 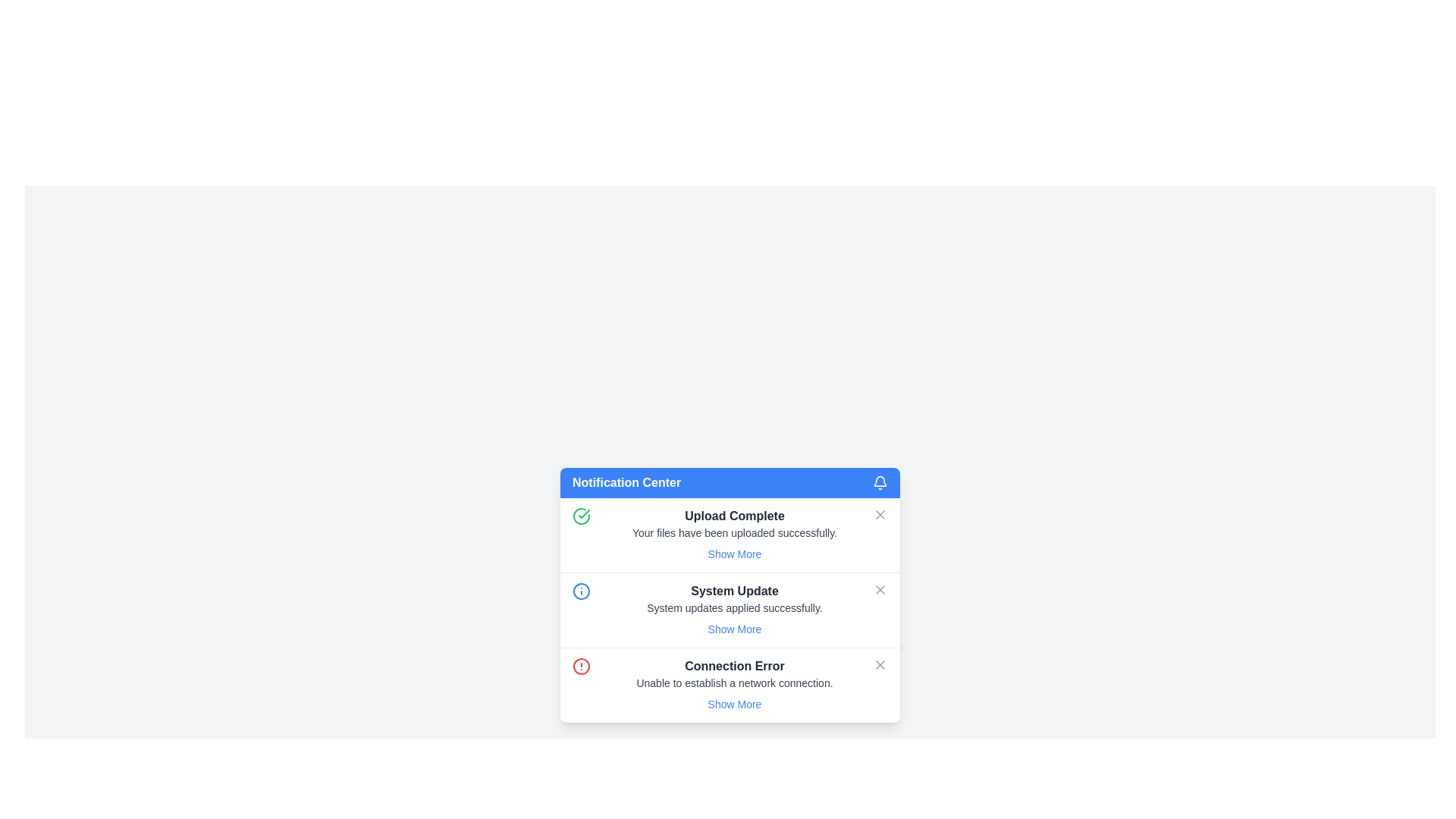 What do you see at coordinates (735, 629) in the screenshot?
I see `the 'Show More' text link styled in blue, located in the notification entry labeled 'System Update'` at bounding box center [735, 629].